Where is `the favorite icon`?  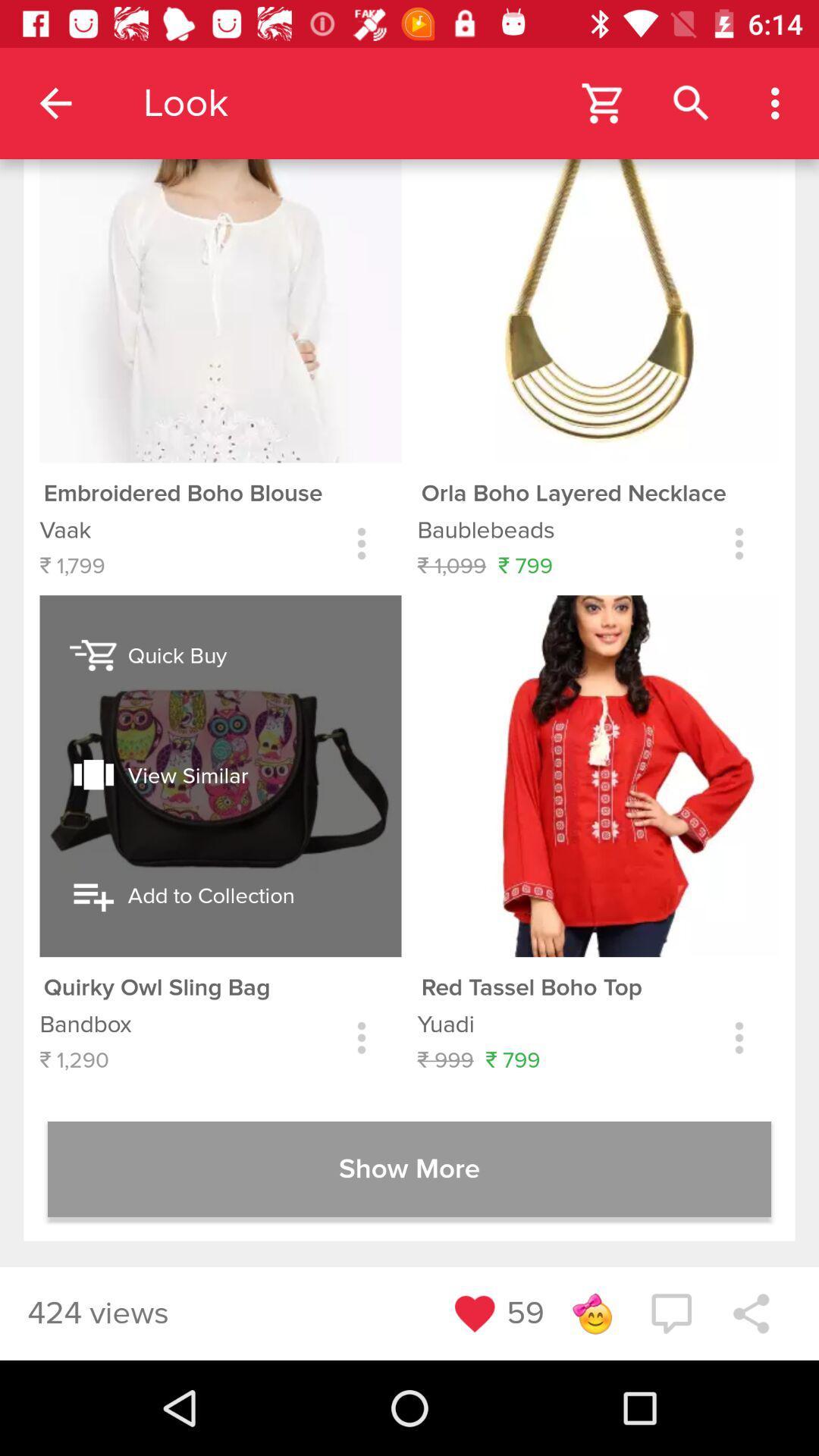
the favorite icon is located at coordinates (474, 1313).